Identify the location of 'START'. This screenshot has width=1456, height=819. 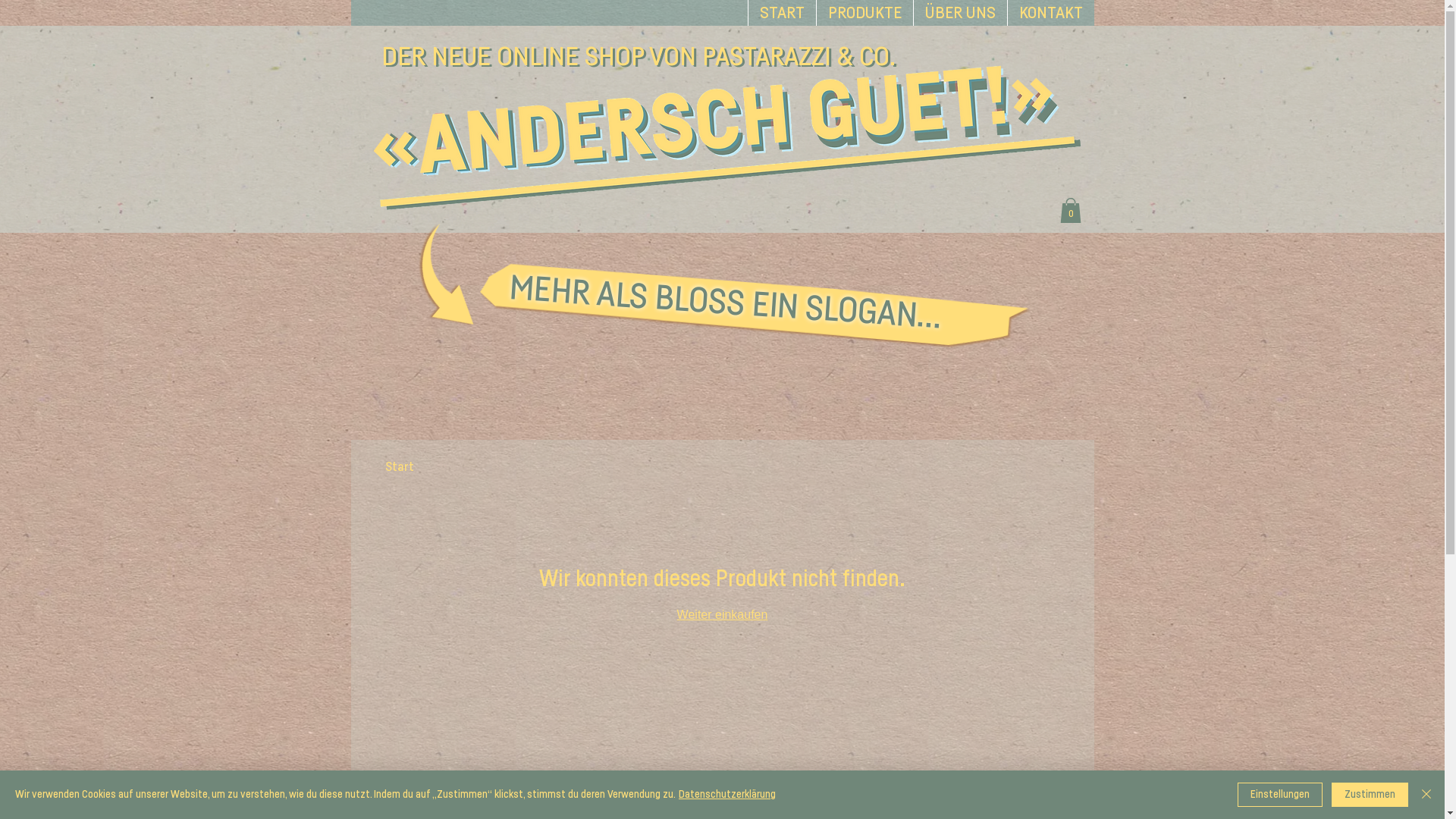
(782, 12).